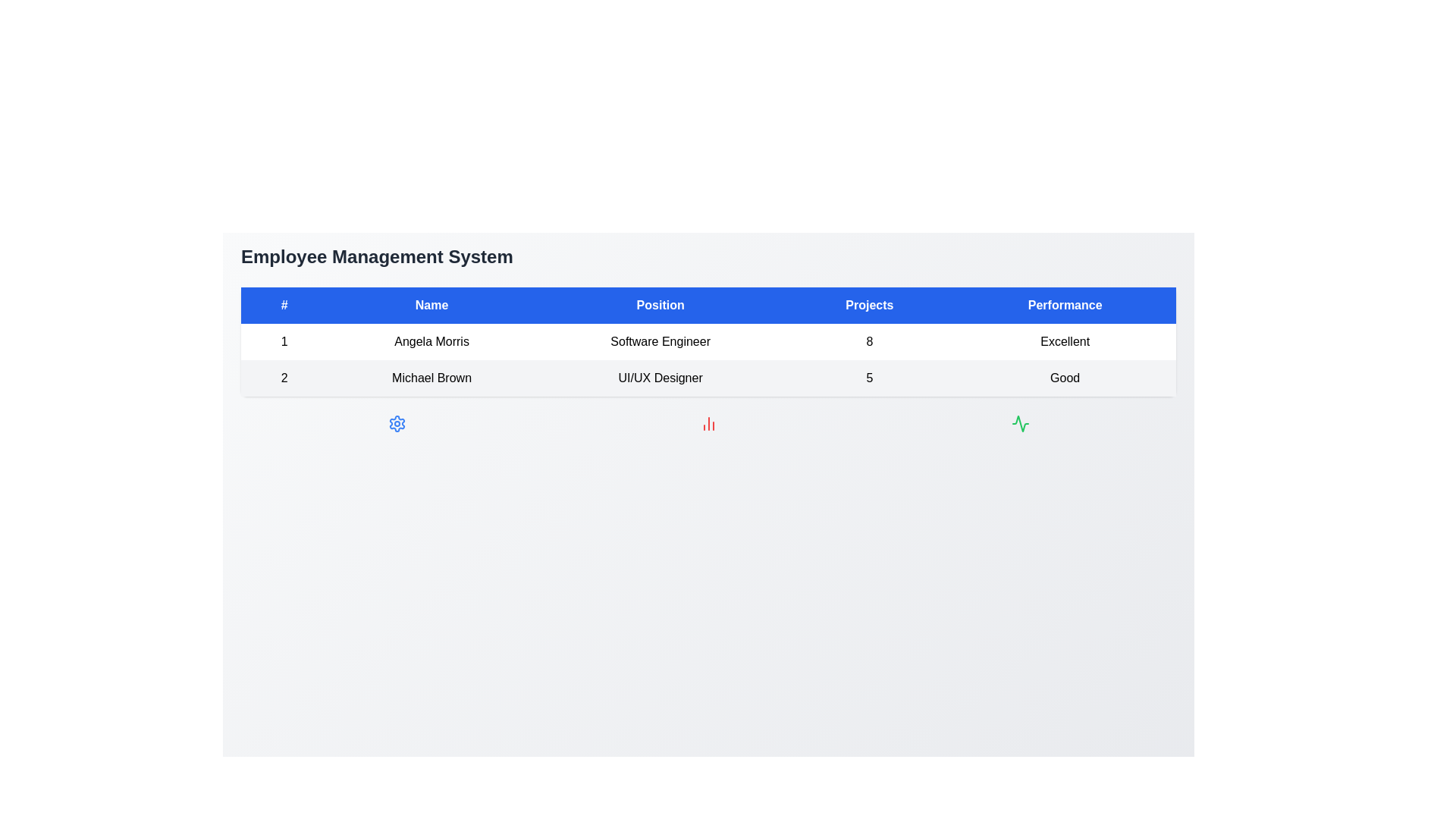 The image size is (1456, 819). What do you see at coordinates (708, 342) in the screenshot?
I see `the first row of the data table that displays employee details, including name, job title, number of projects, and performance rating` at bounding box center [708, 342].